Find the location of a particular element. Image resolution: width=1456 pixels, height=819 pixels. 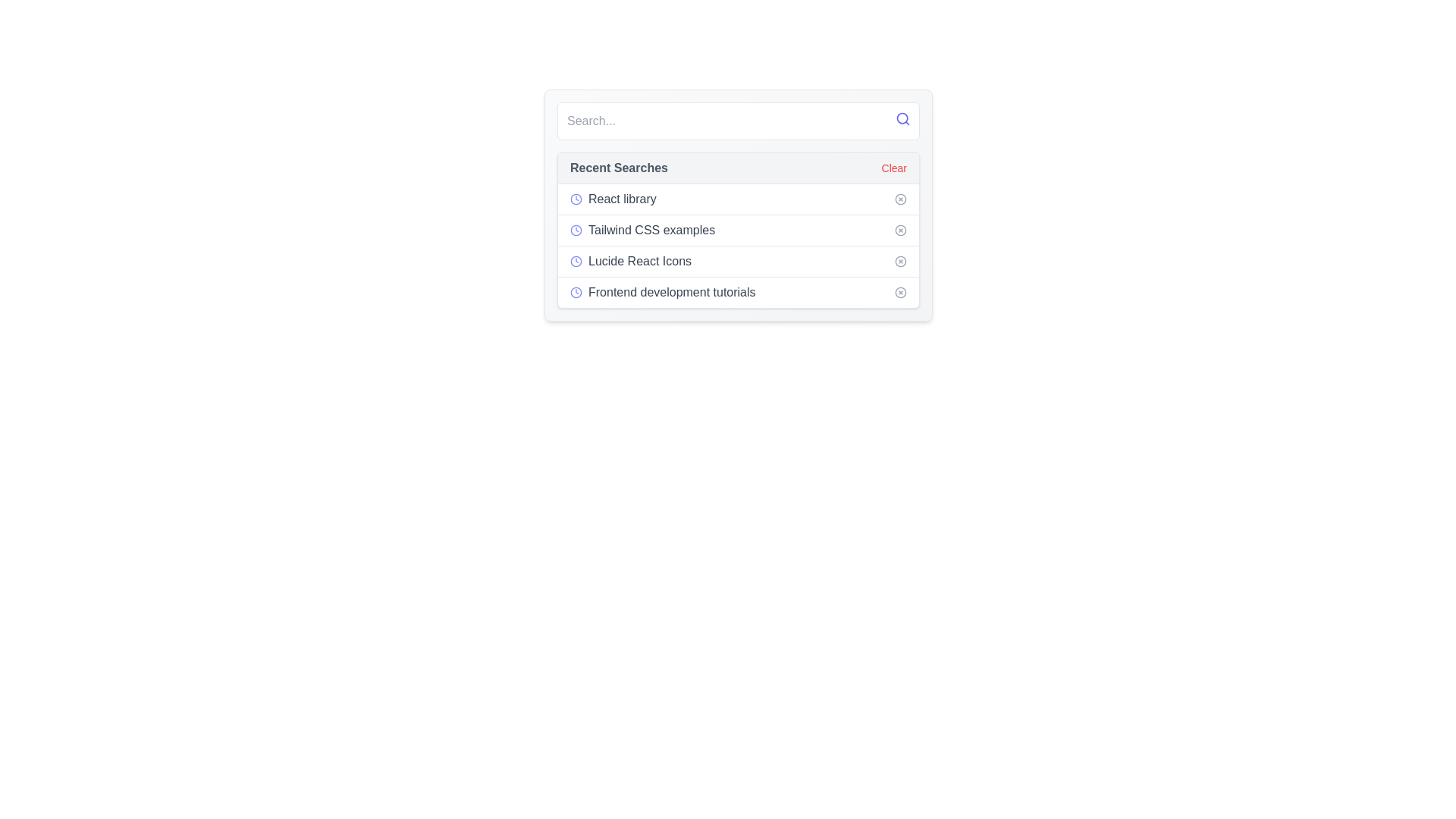

the text element displaying 'React library', which is gray in color and located next to a clock icon in the first row of the 'Recent Searches' list is located at coordinates (622, 198).